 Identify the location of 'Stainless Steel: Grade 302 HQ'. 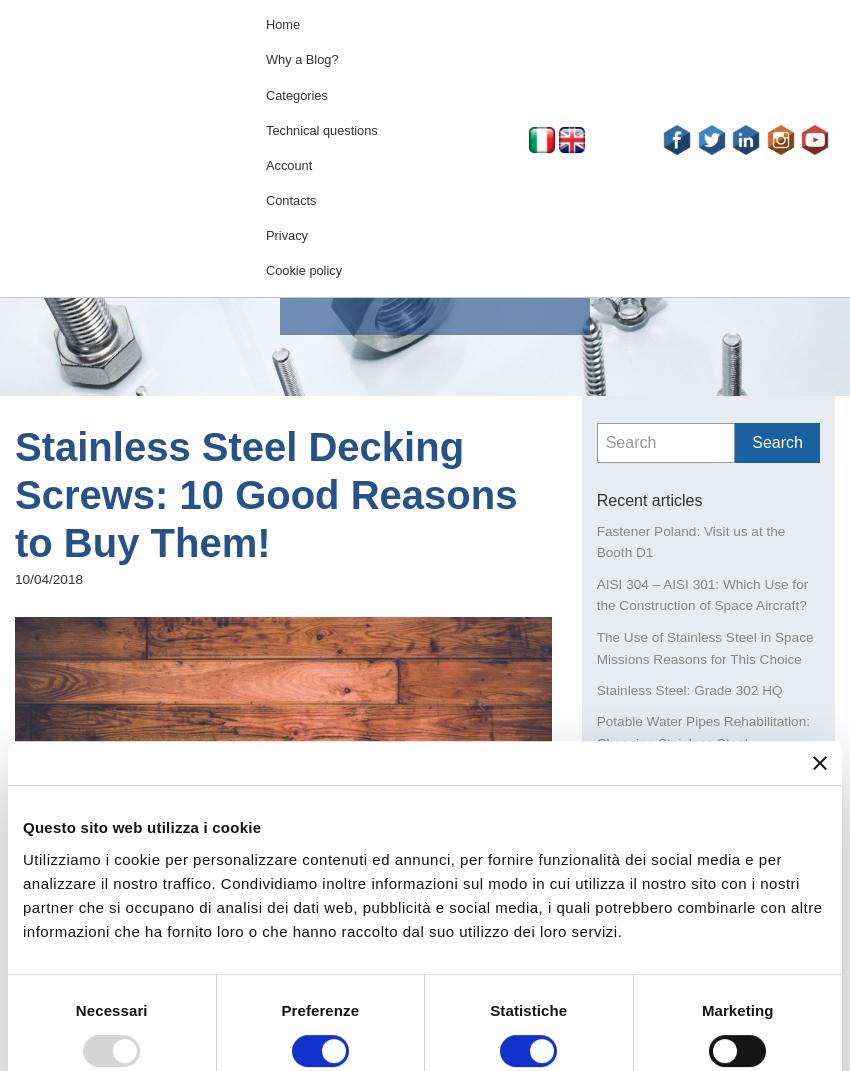
(688, 688).